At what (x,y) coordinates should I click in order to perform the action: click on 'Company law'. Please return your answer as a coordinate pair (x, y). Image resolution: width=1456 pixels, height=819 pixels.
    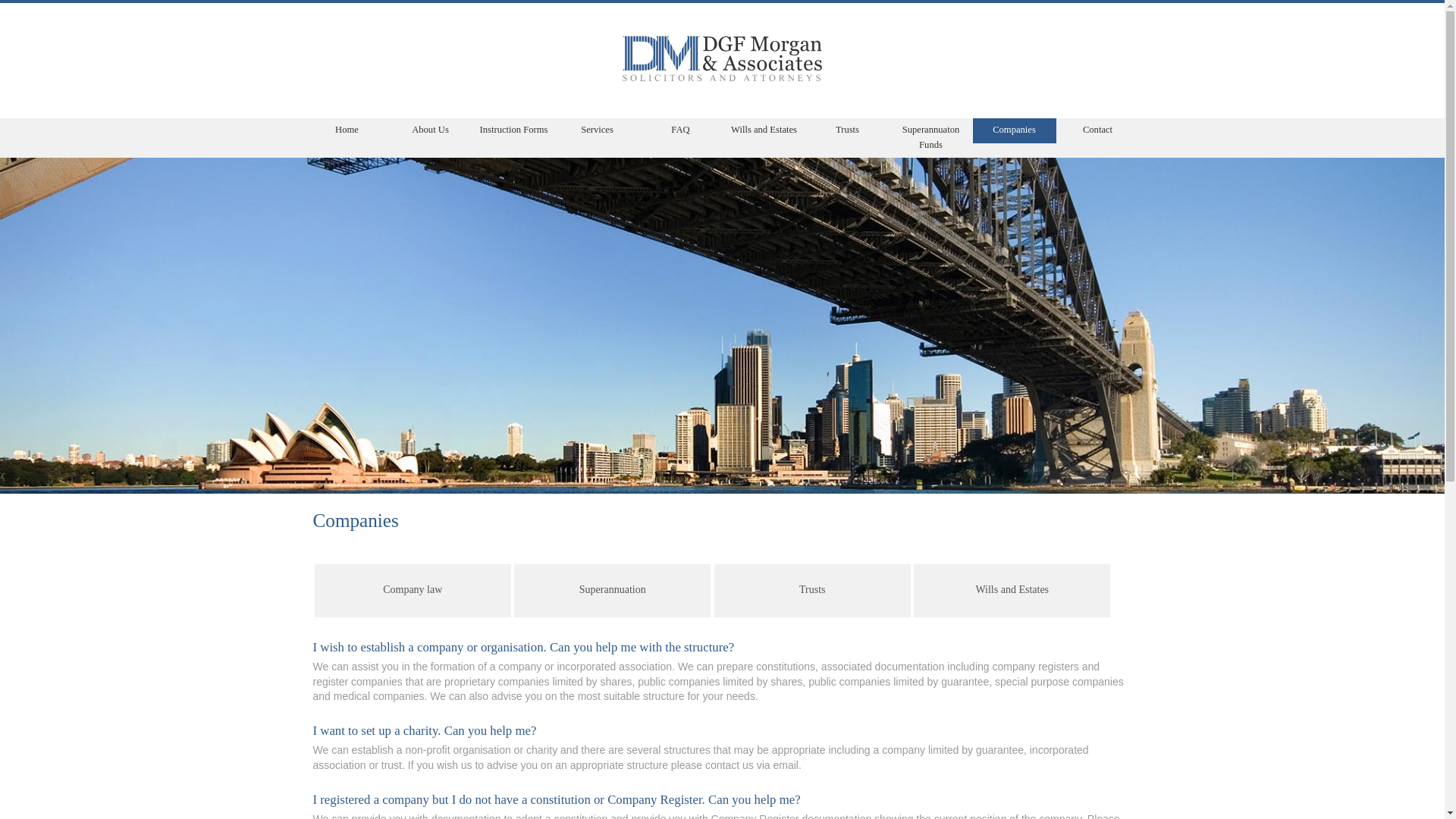
    Looking at the image, I should click on (413, 590).